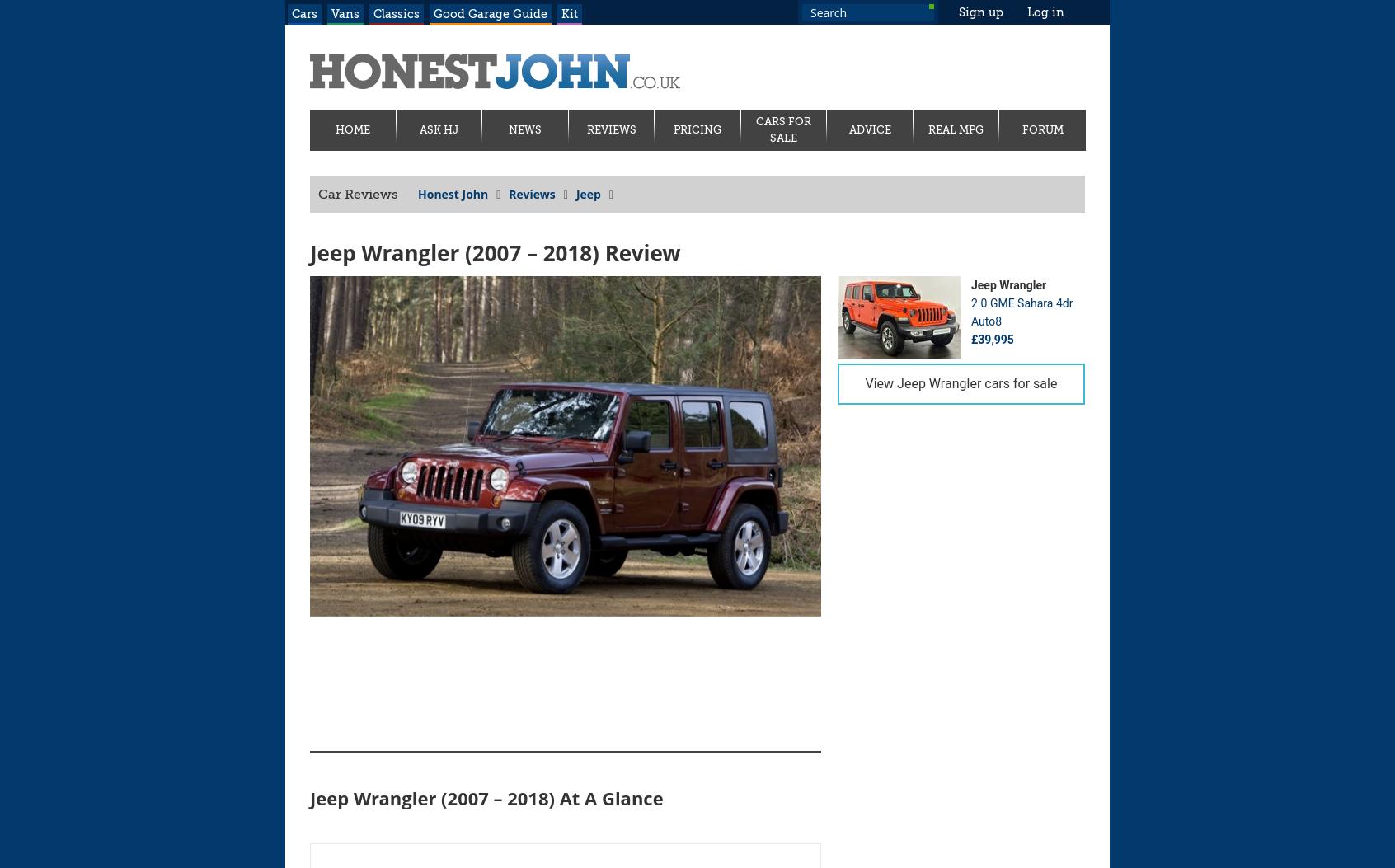  Describe the element at coordinates (570, 13) in the screenshot. I see `'Kit'` at that location.